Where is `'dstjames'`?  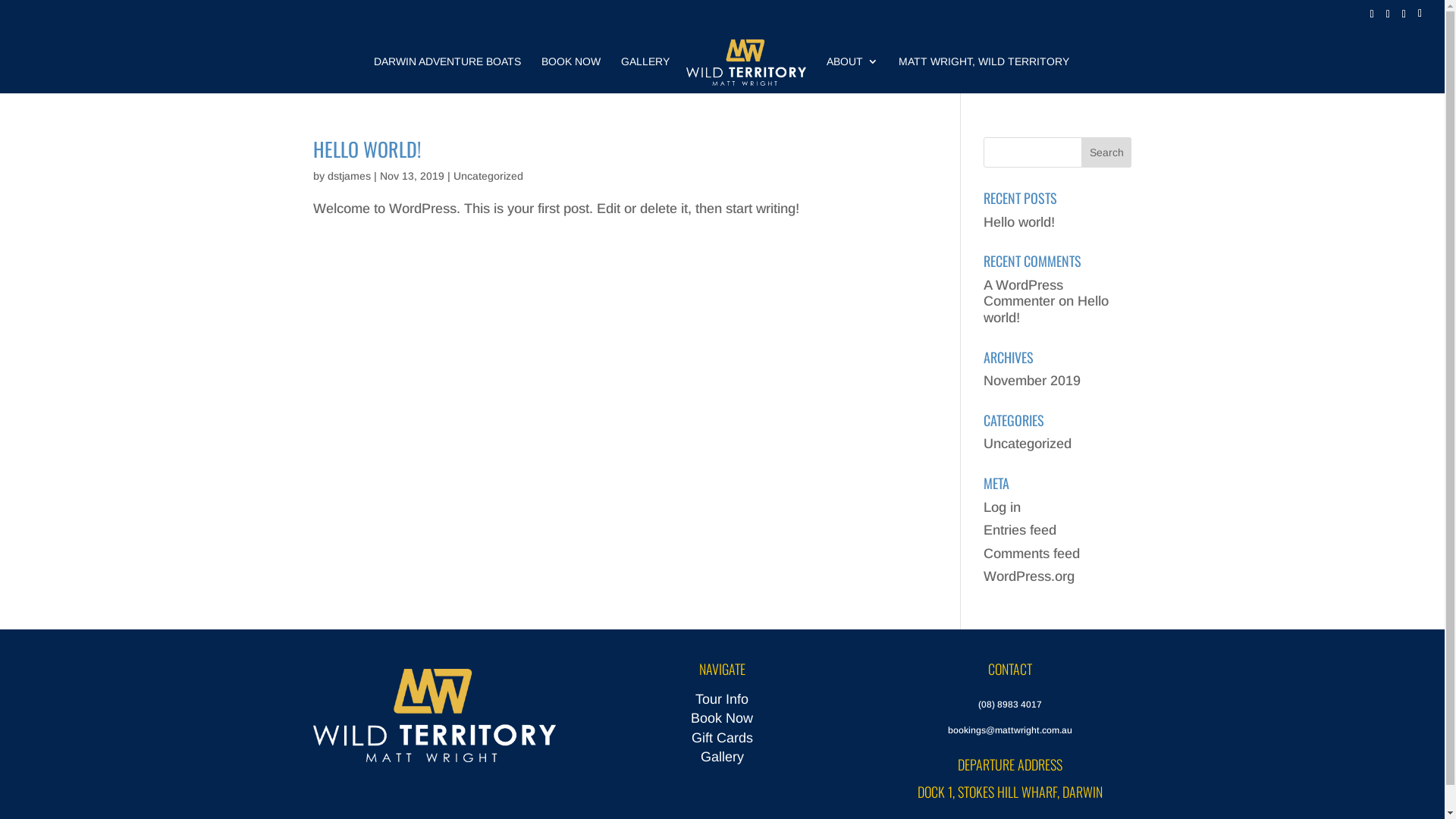 'dstjames' is located at coordinates (348, 174).